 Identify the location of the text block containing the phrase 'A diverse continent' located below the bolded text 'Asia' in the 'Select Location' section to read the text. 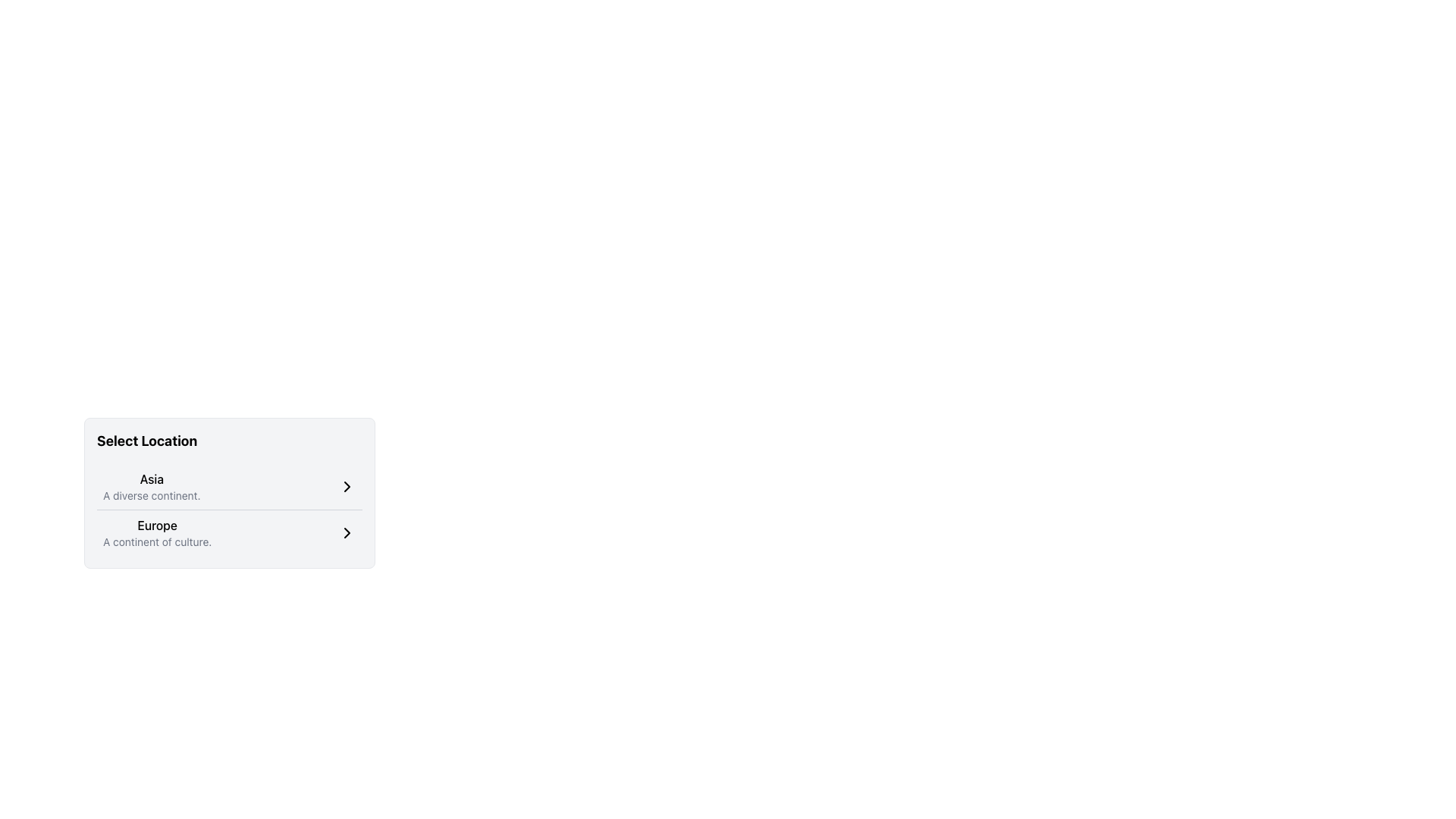
(152, 496).